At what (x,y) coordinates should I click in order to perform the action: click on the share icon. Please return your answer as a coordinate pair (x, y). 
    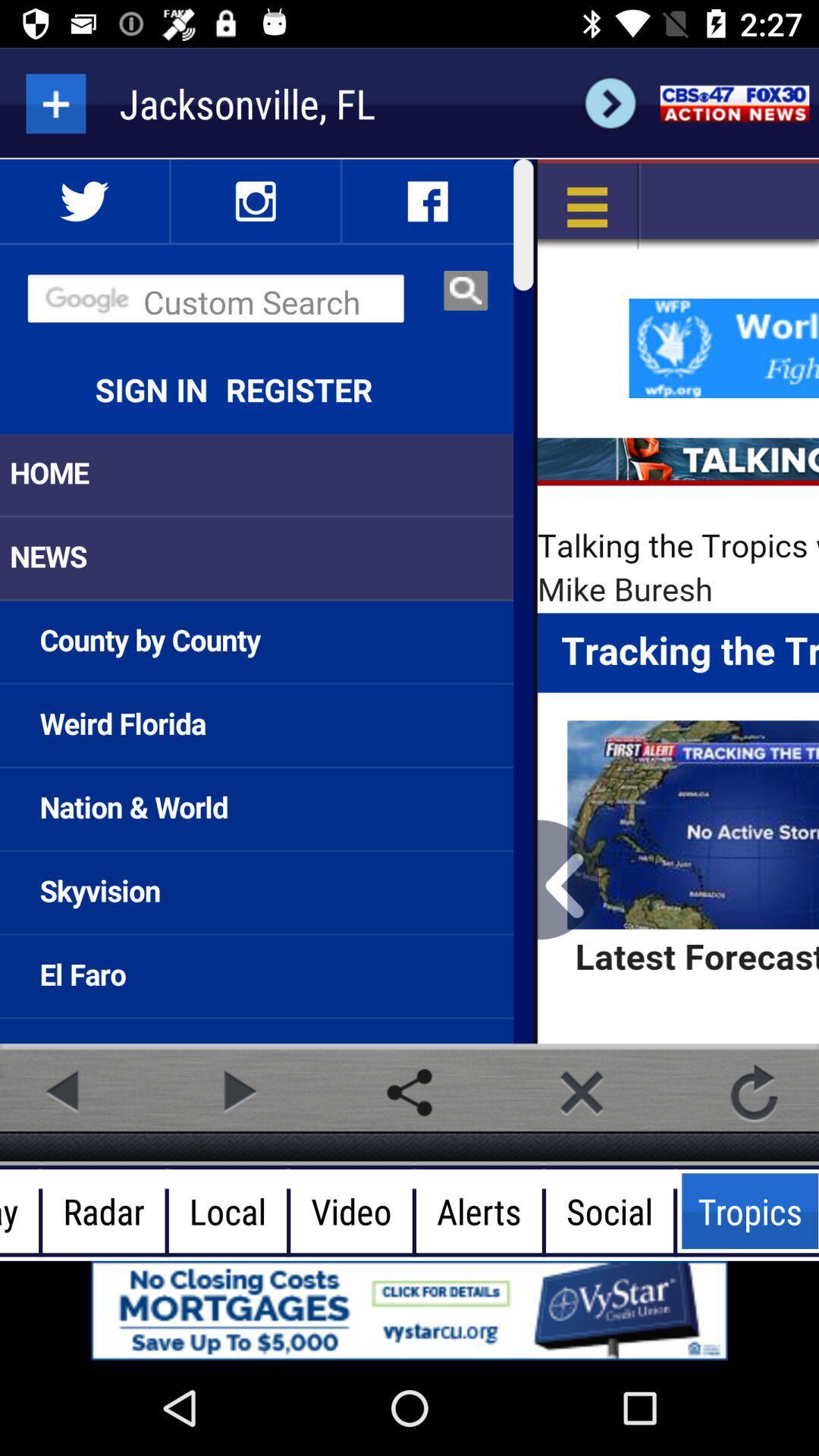
    Looking at the image, I should click on (409, 1092).